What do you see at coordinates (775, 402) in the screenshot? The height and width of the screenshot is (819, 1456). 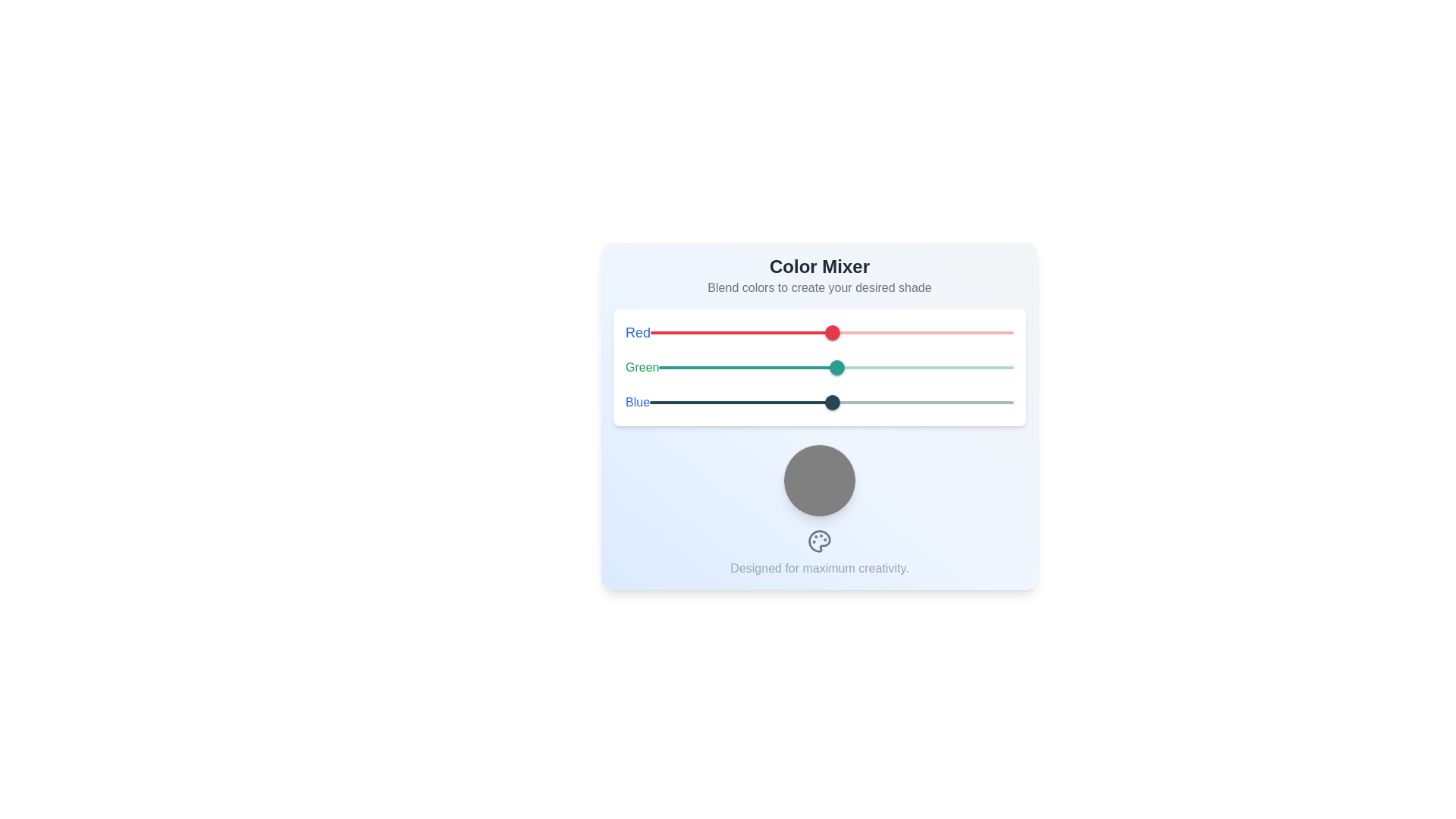 I see `the Blue channel` at bounding box center [775, 402].